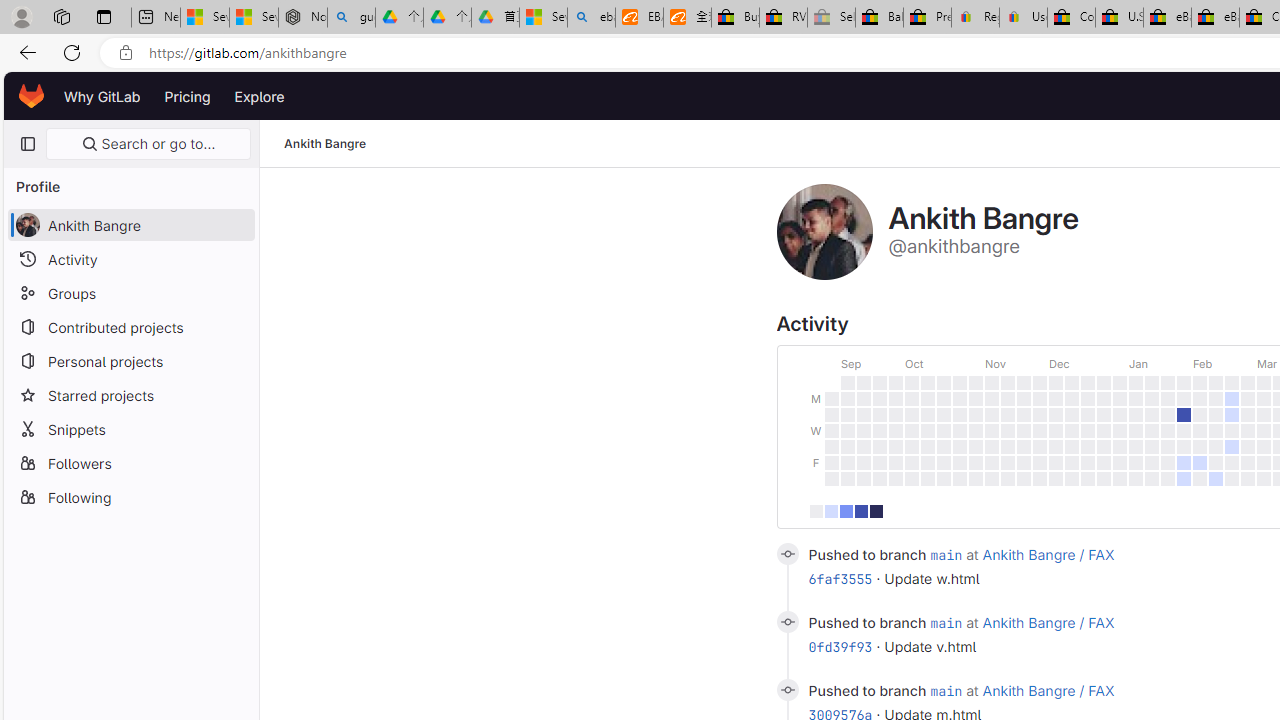  Describe the element at coordinates (786, 689) in the screenshot. I see `'Class: s14'` at that location.